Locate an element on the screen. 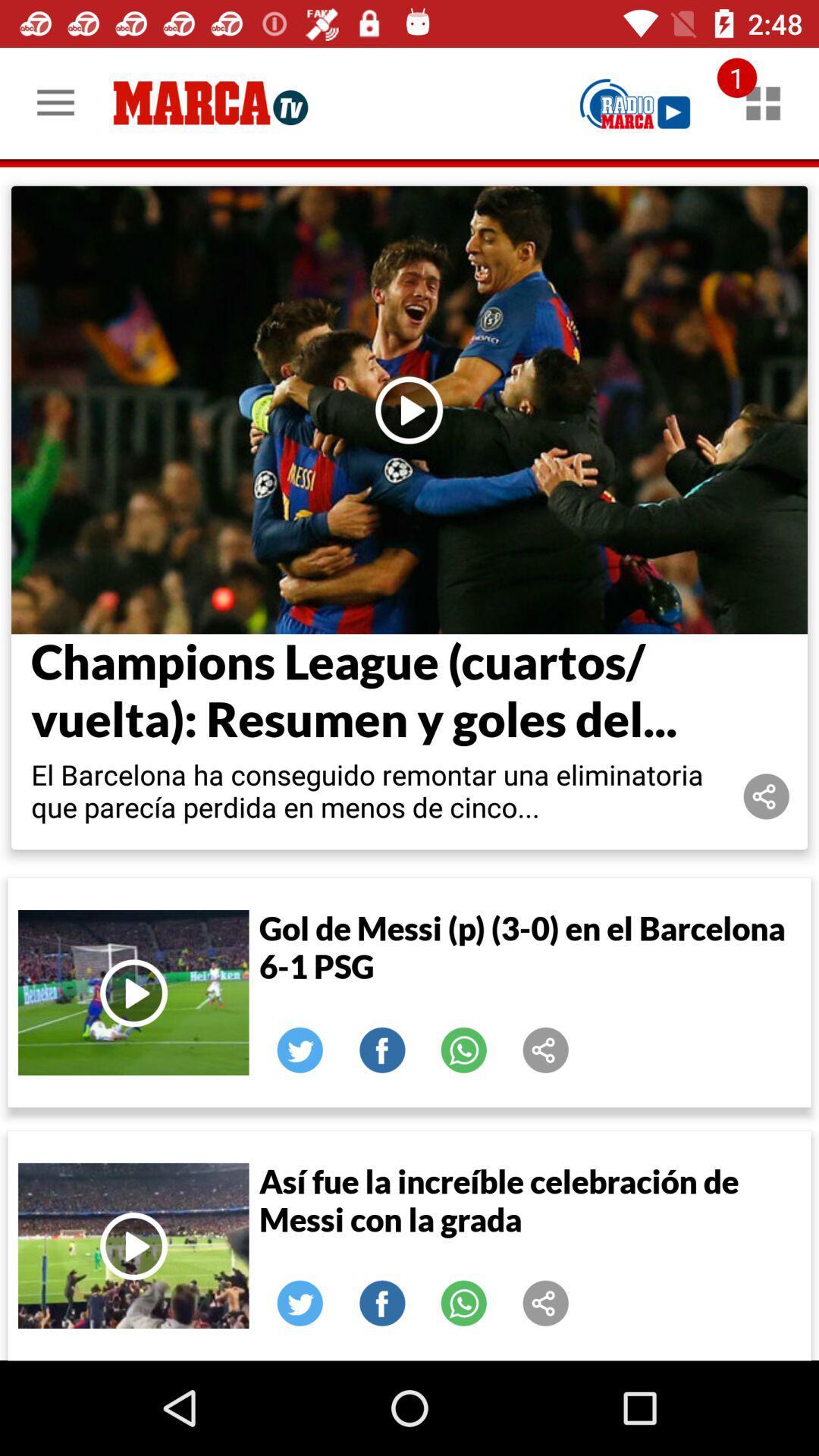 This screenshot has width=819, height=1456. twitter is located at coordinates (300, 1302).